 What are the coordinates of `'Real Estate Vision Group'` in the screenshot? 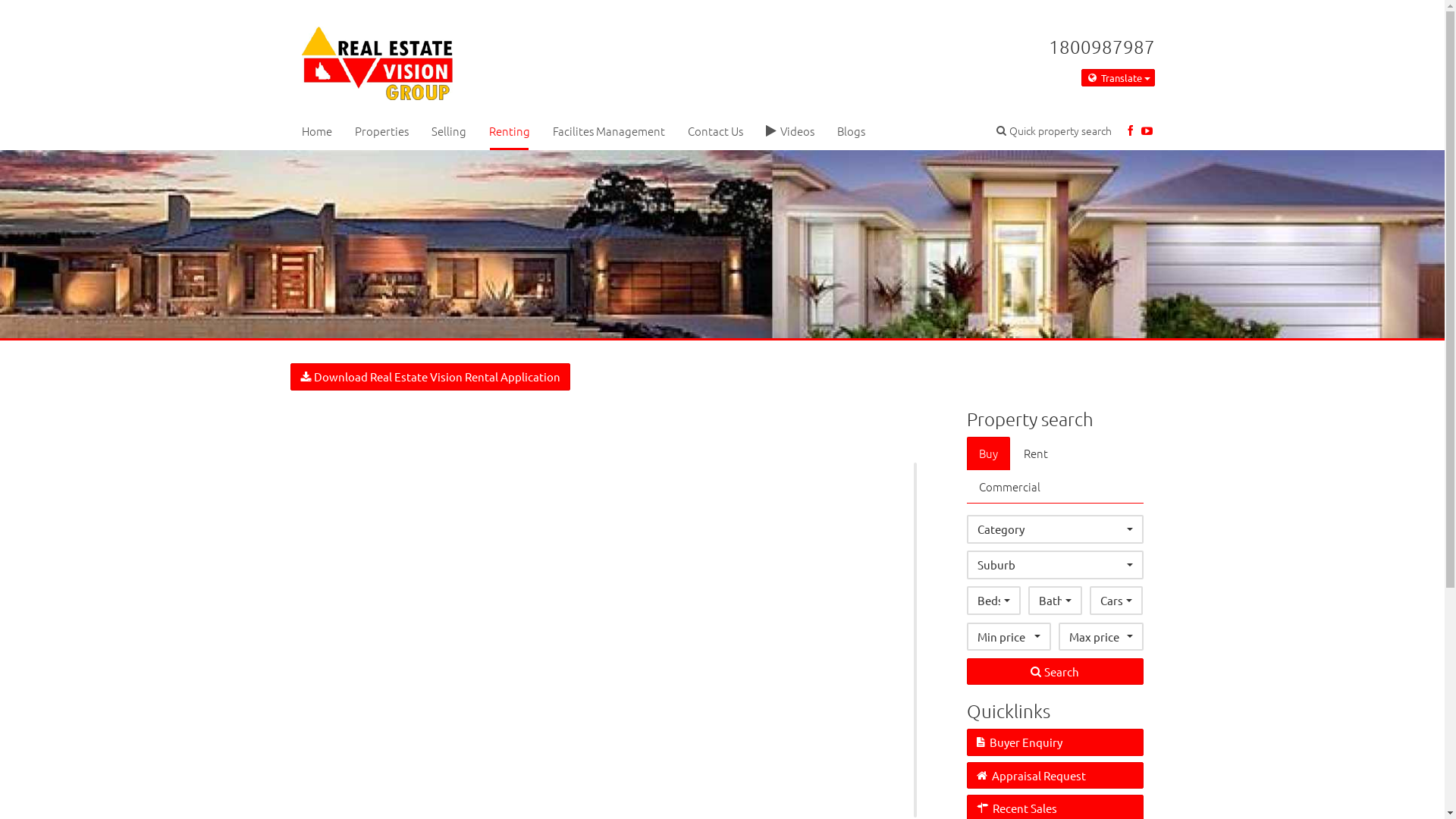 It's located at (377, 58).